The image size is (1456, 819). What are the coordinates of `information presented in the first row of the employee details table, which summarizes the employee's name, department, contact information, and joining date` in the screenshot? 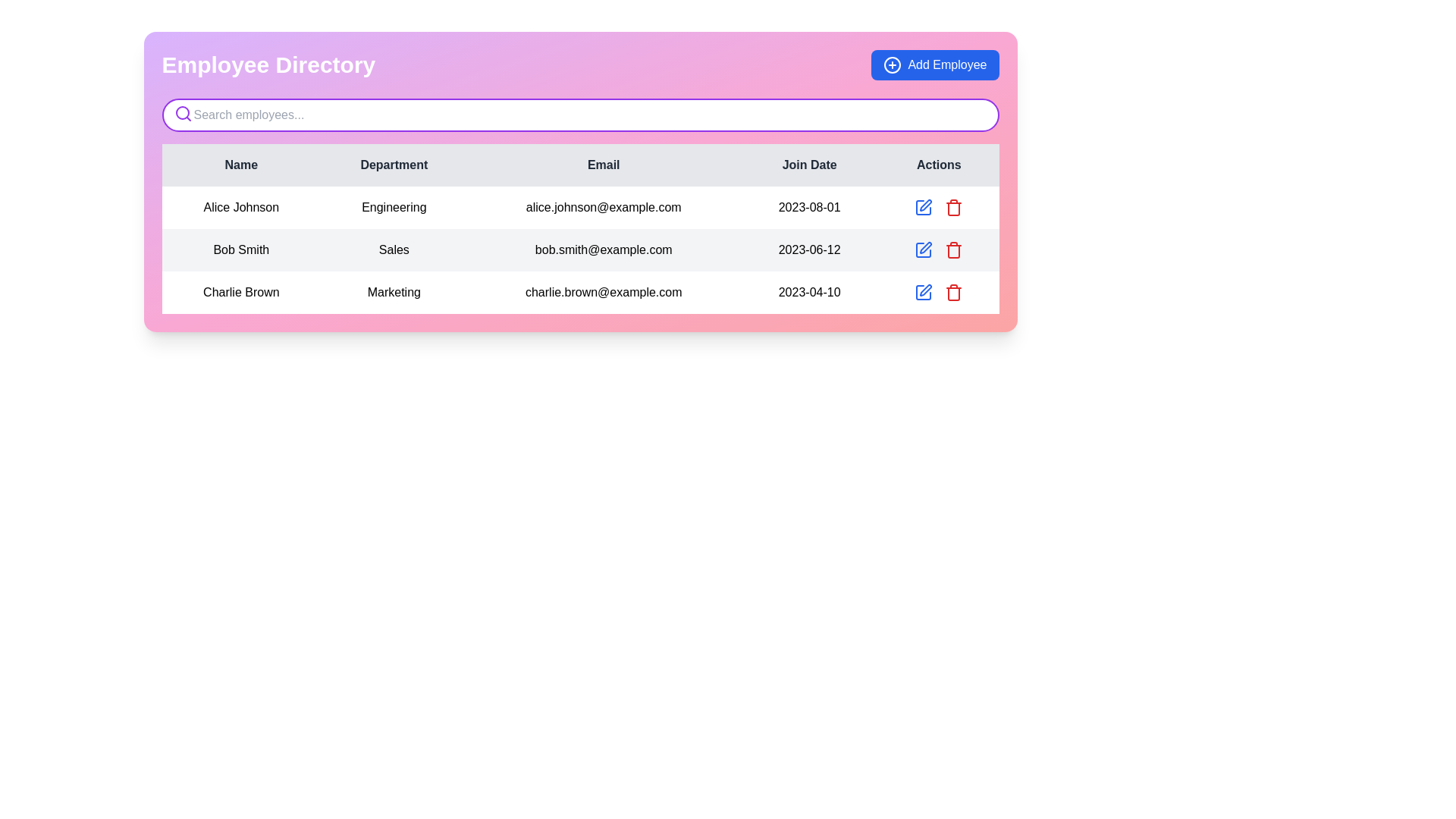 It's located at (579, 207).